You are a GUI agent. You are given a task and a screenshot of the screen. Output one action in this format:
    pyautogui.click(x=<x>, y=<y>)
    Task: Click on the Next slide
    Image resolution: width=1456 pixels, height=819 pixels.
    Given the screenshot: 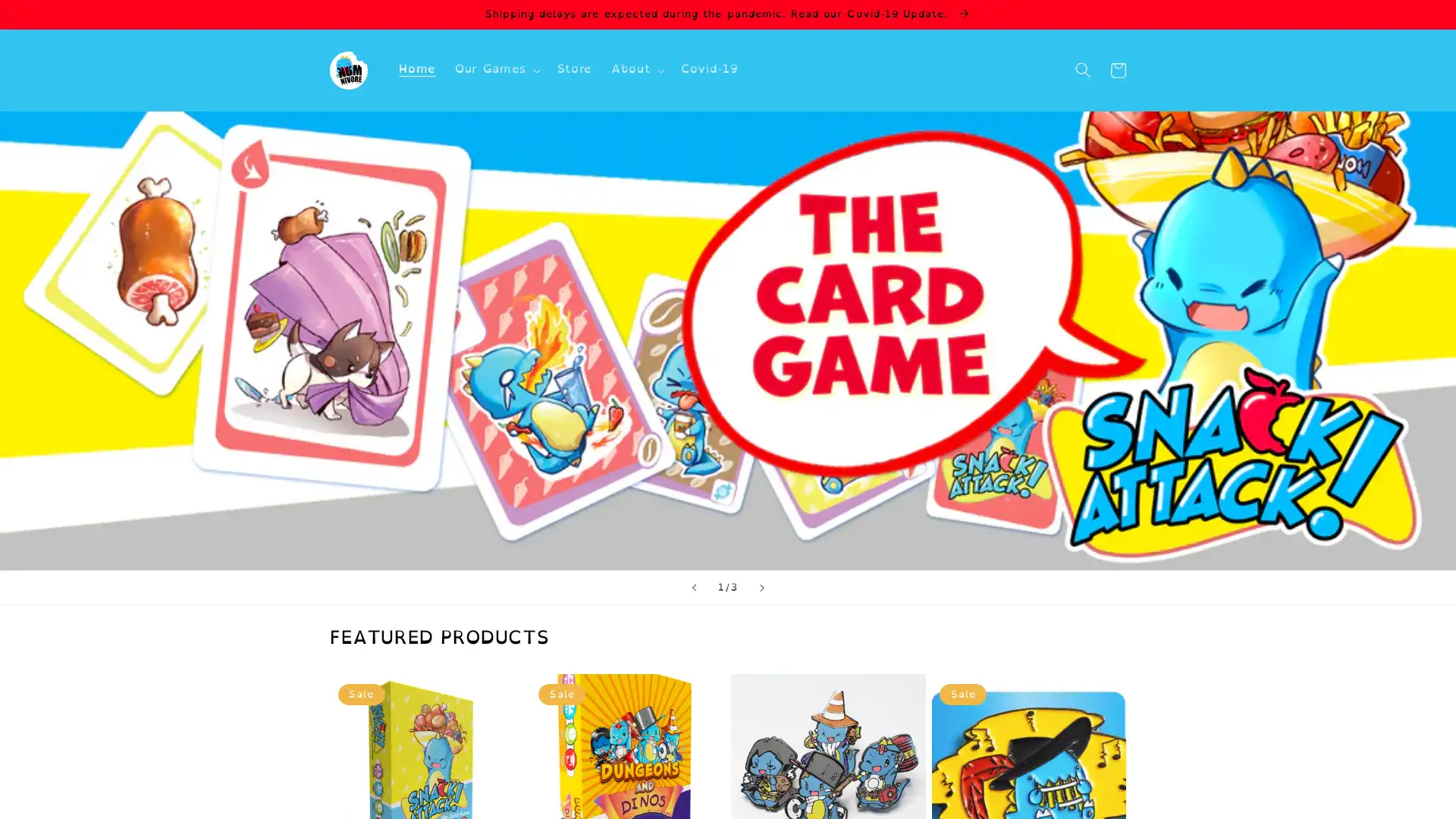 What is the action you would take?
    pyautogui.click(x=761, y=587)
    